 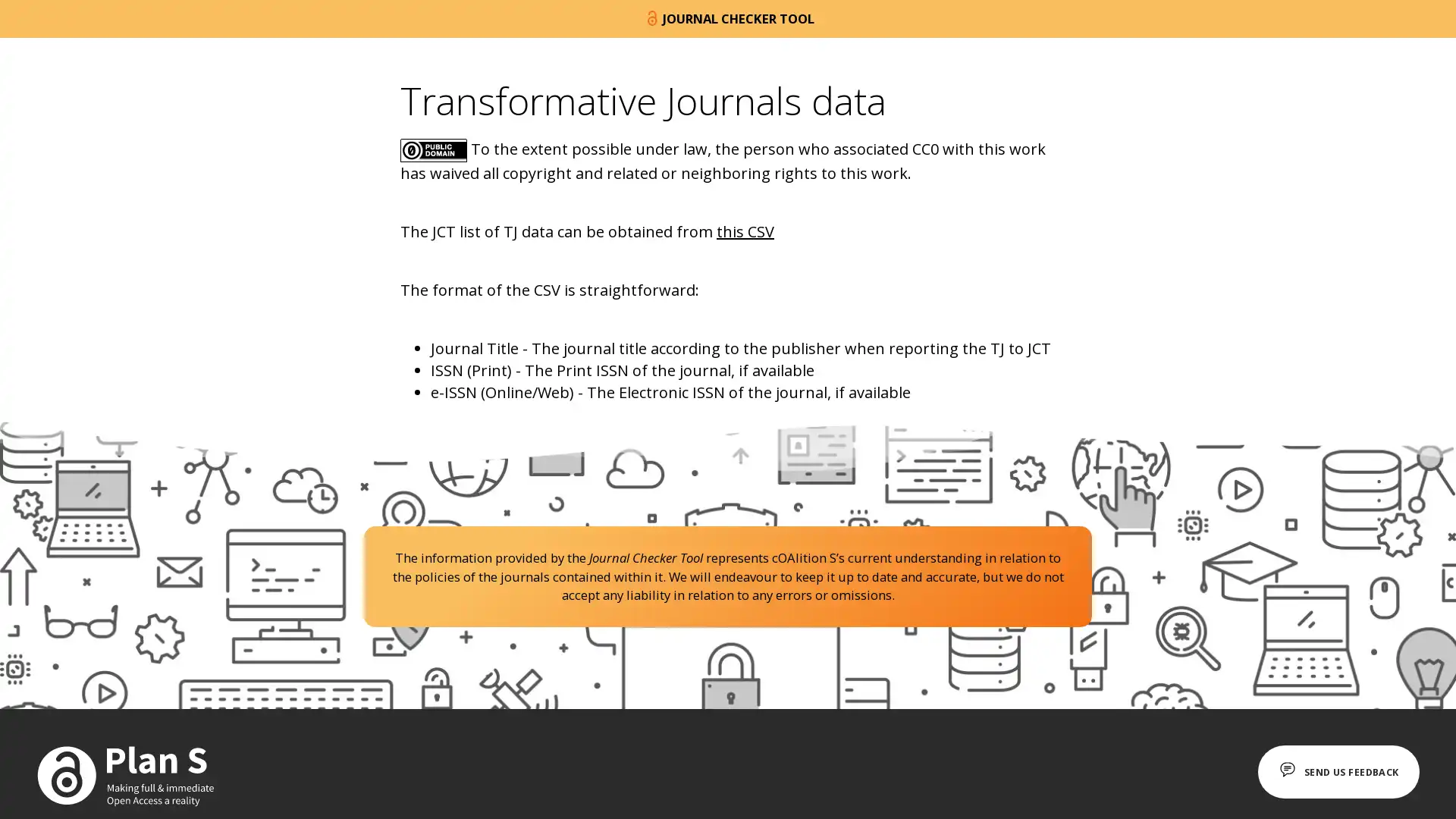 I want to click on SEND US FEEDBACK, so click(x=1330, y=771).